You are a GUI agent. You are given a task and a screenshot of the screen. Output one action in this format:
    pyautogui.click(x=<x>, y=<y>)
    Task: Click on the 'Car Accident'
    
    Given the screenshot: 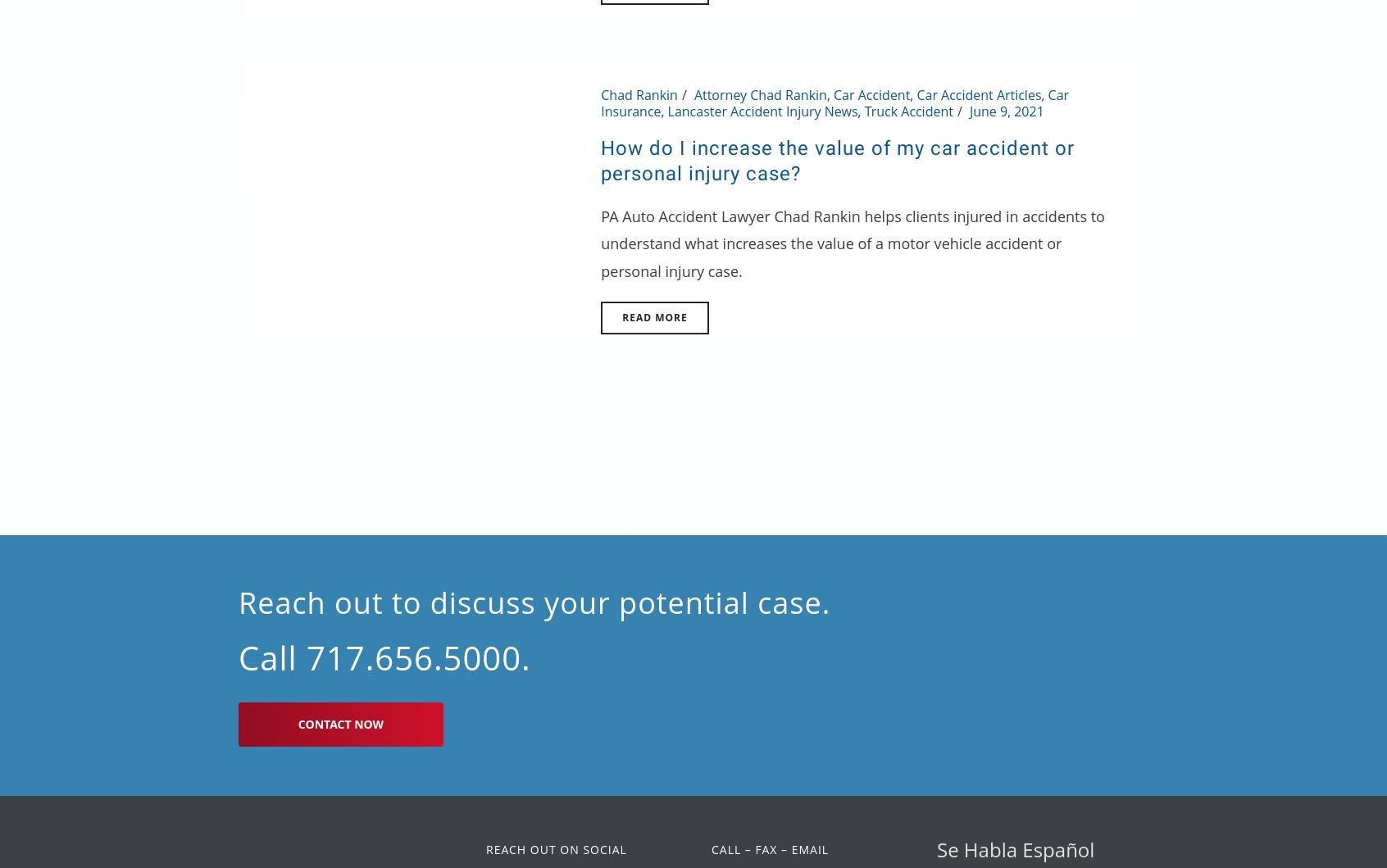 What is the action you would take?
    pyautogui.click(x=871, y=93)
    